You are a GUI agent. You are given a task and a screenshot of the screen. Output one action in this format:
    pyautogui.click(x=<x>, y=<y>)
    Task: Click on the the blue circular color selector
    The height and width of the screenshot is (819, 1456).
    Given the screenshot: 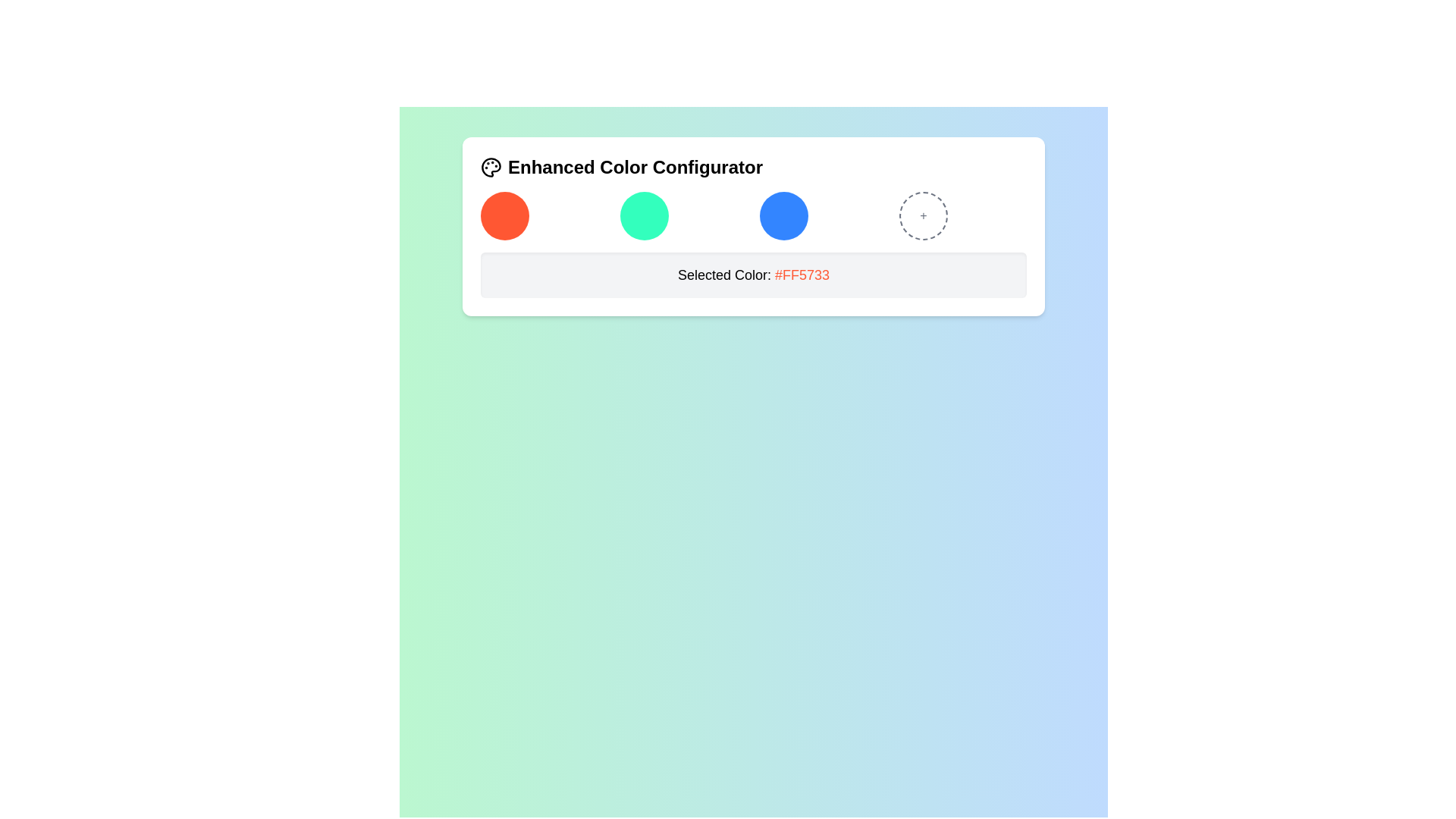 What is the action you would take?
    pyautogui.click(x=822, y=216)
    